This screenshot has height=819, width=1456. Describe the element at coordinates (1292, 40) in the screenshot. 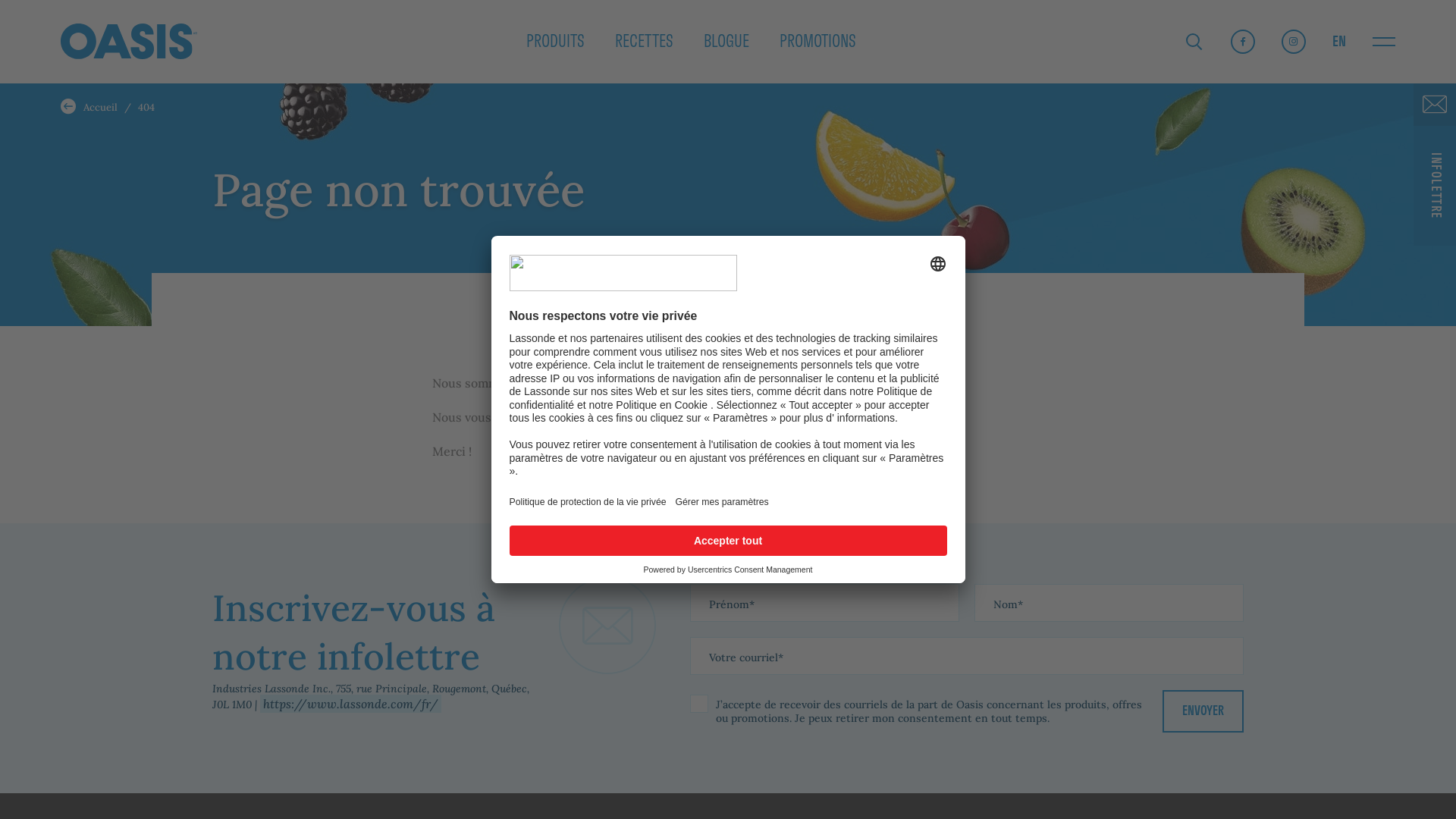

I see `'Instagram'` at that location.